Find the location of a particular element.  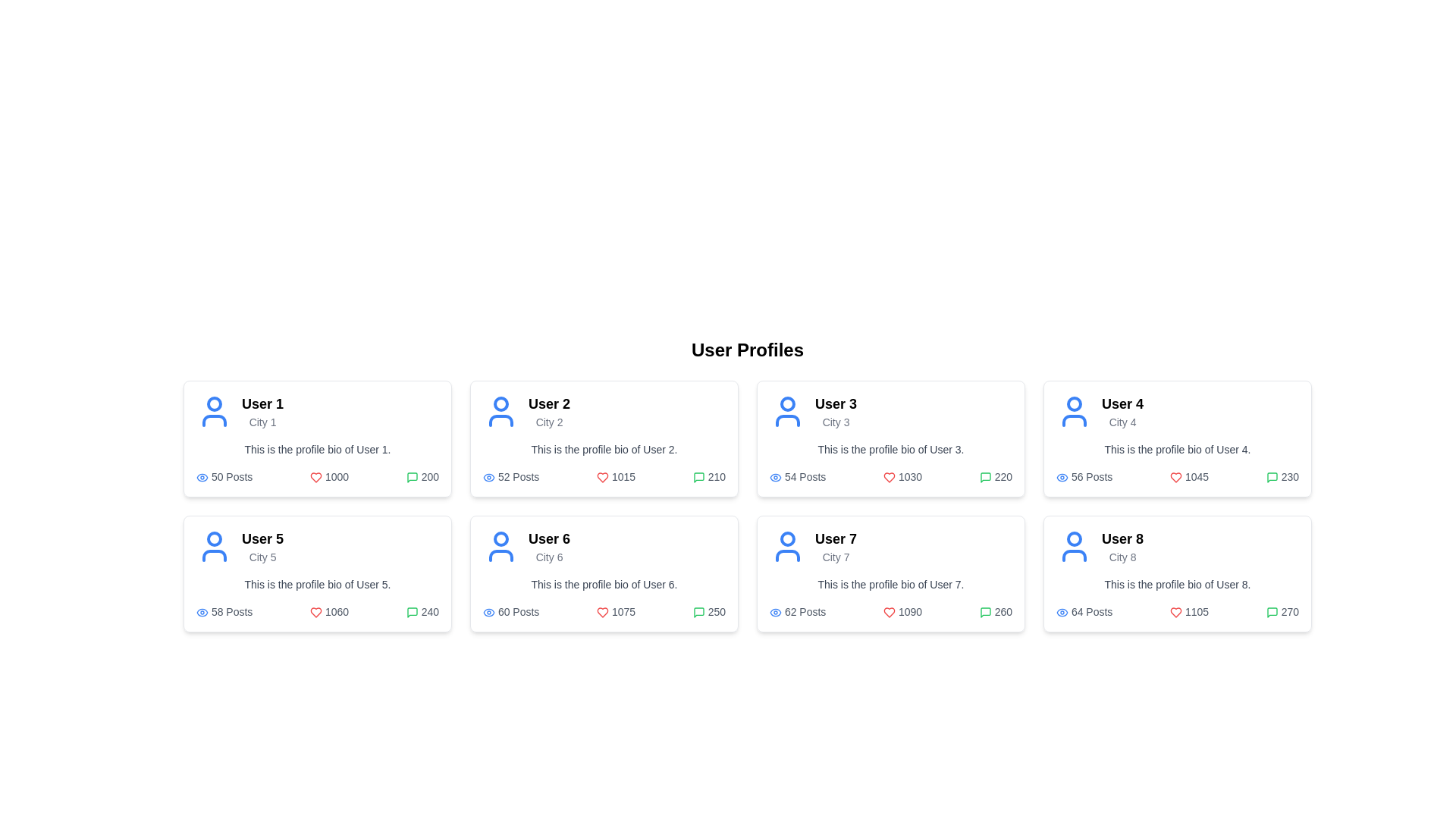

the title and subtitle text component displaying the user's name and city in the fourth user card, located above the user bio section is located at coordinates (1122, 412).